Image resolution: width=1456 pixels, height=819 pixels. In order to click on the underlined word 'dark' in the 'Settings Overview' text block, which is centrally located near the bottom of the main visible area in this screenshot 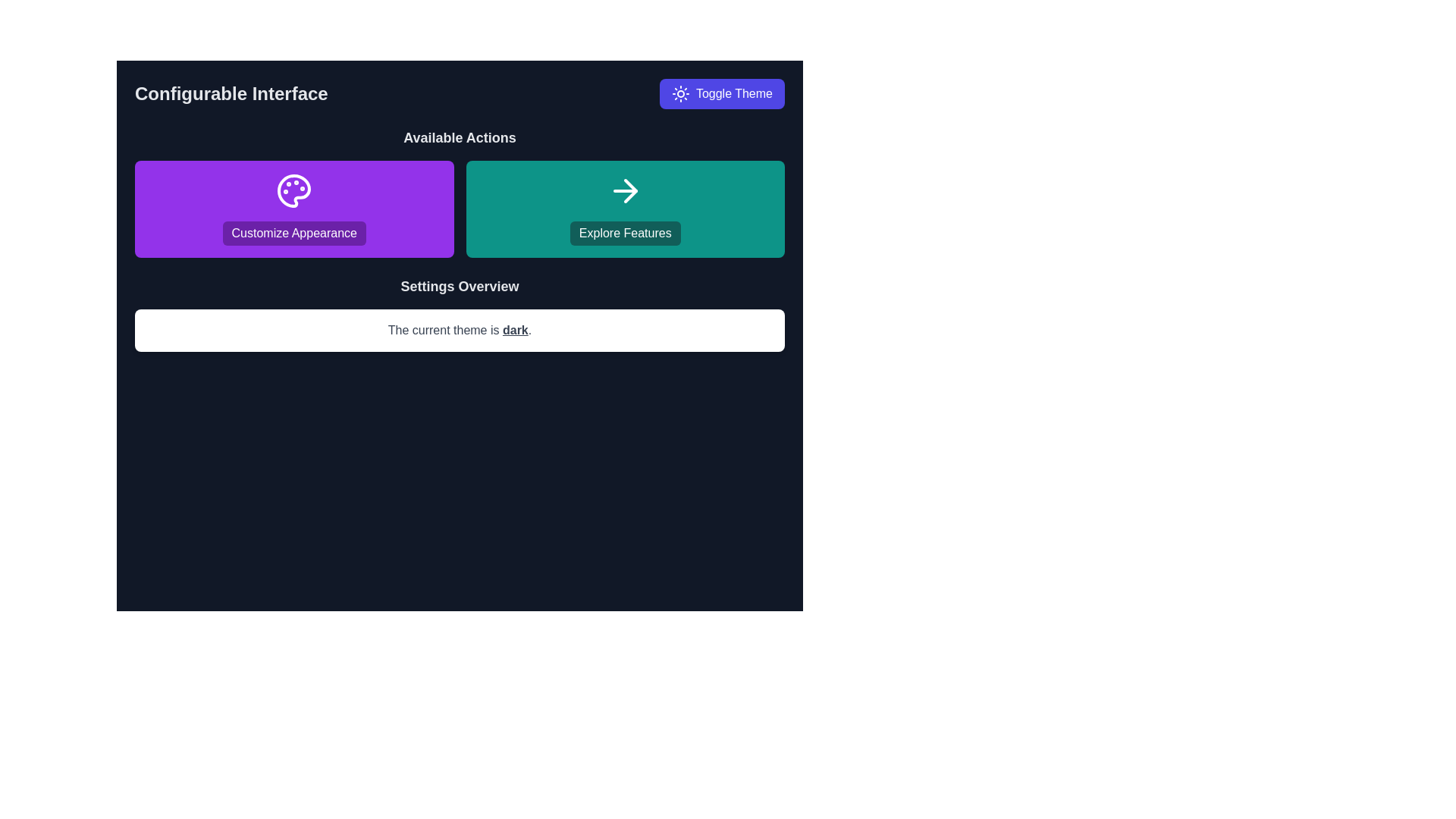, I will do `click(459, 312)`.